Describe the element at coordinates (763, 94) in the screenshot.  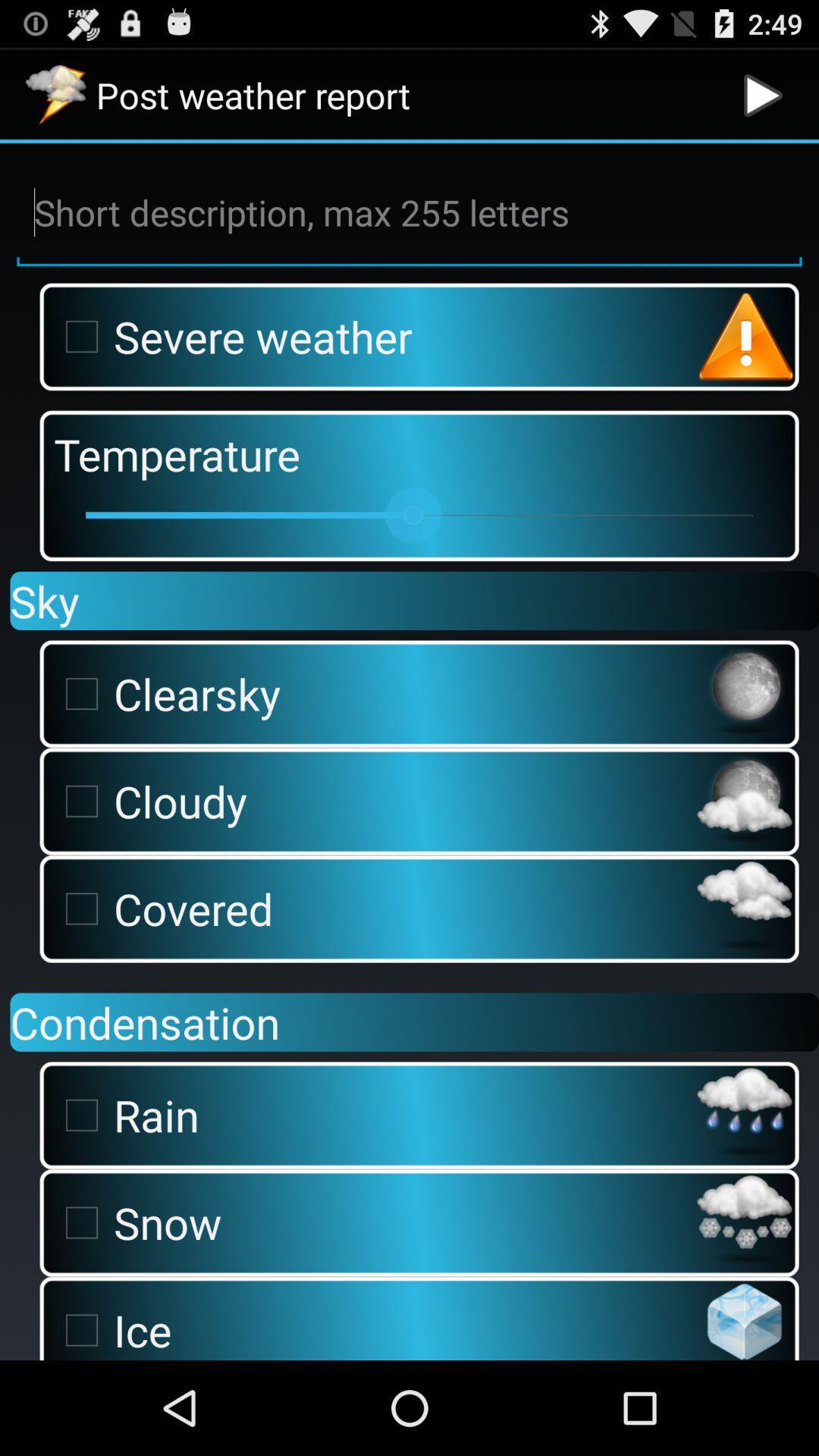
I see `app next to the post weather report app` at that location.